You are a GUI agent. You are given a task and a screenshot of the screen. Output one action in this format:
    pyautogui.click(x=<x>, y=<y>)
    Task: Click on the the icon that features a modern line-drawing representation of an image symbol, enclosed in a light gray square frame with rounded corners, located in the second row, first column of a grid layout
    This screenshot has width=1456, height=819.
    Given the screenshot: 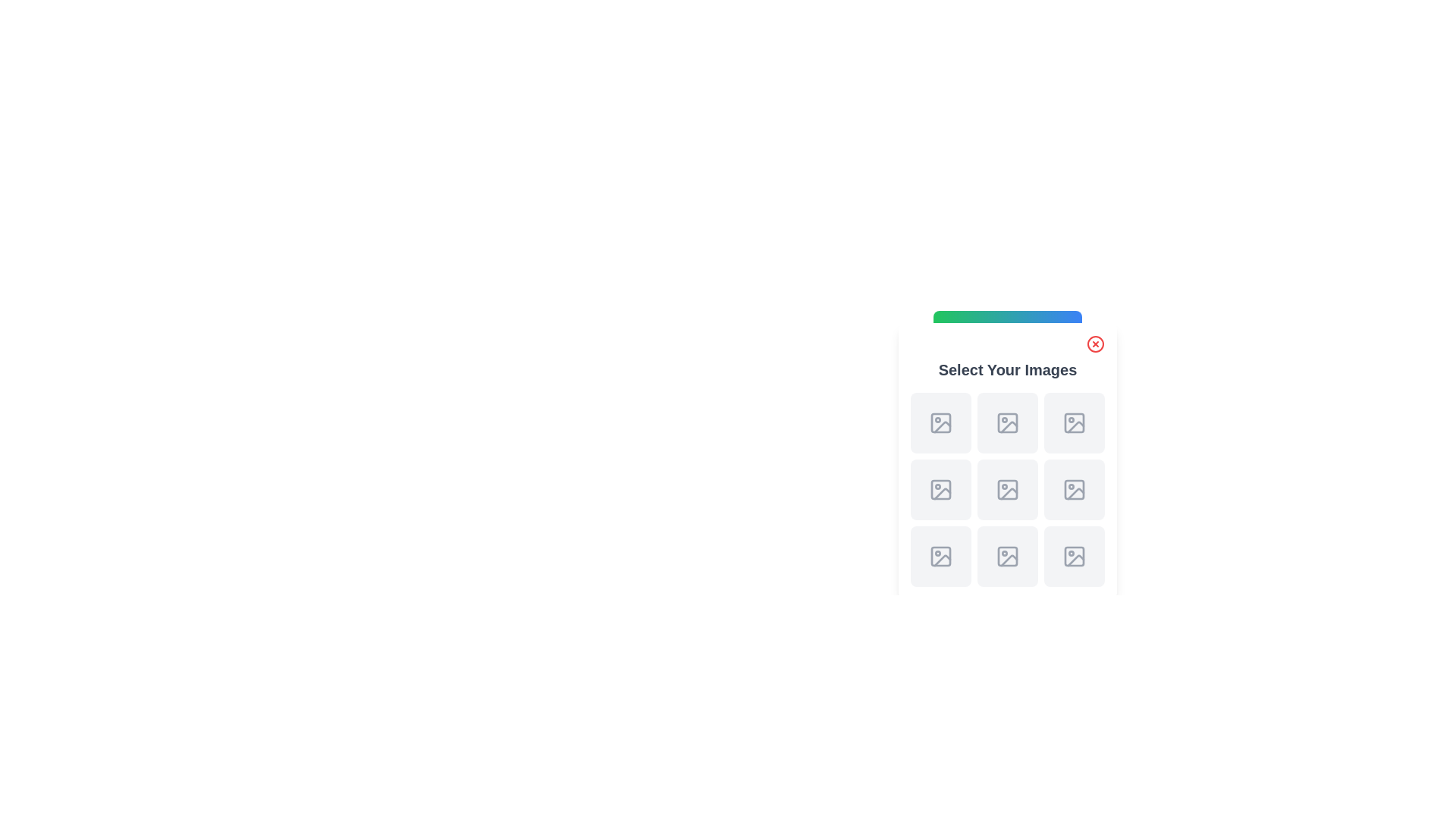 What is the action you would take?
    pyautogui.click(x=1008, y=423)
    